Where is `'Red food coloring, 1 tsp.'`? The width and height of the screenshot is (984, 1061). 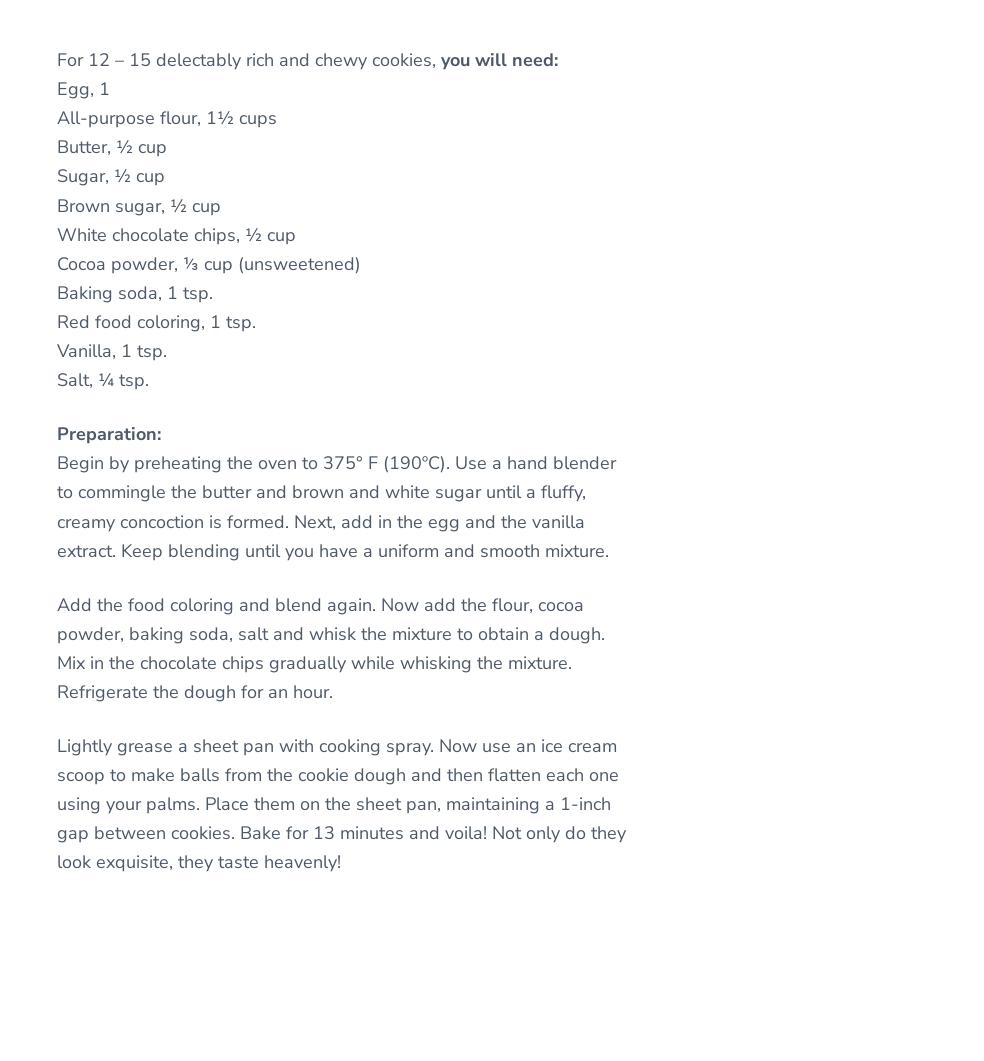
'Red food coloring, 1 tsp.' is located at coordinates (156, 321).